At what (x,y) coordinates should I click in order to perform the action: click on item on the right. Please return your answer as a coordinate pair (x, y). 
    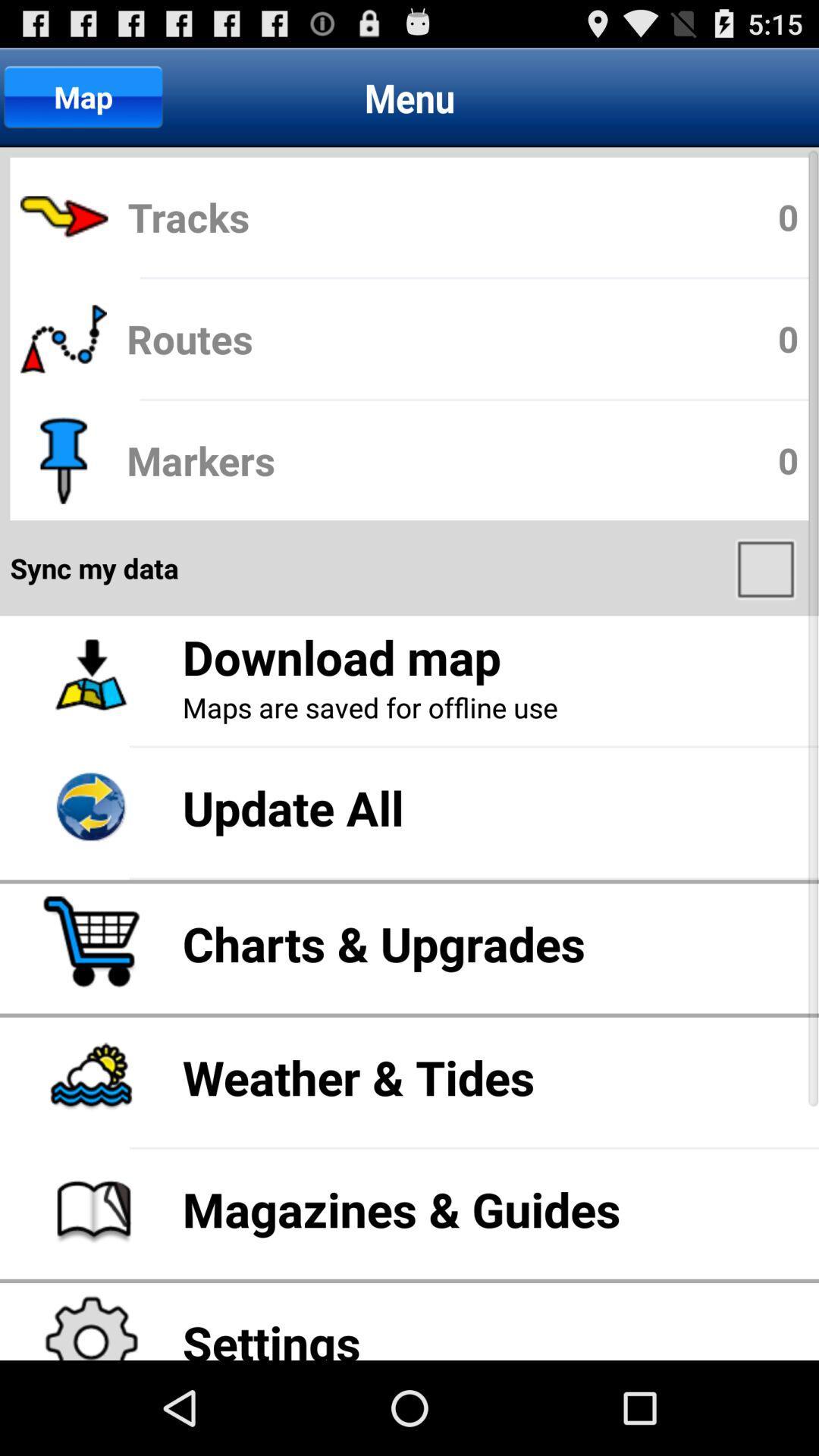
    Looking at the image, I should click on (767, 567).